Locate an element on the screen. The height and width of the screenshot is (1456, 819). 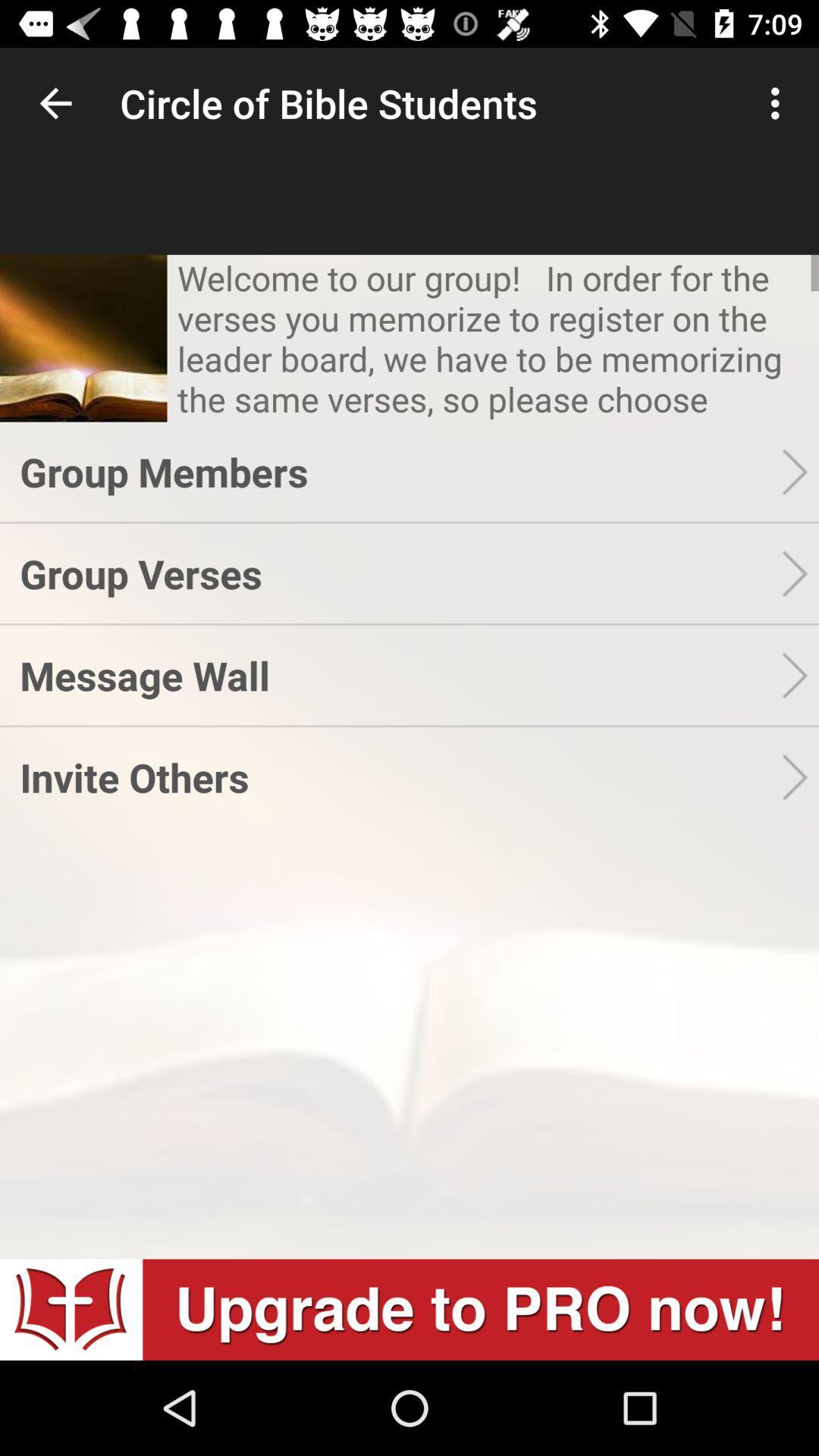
the app below the group verses is located at coordinates (400, 674).